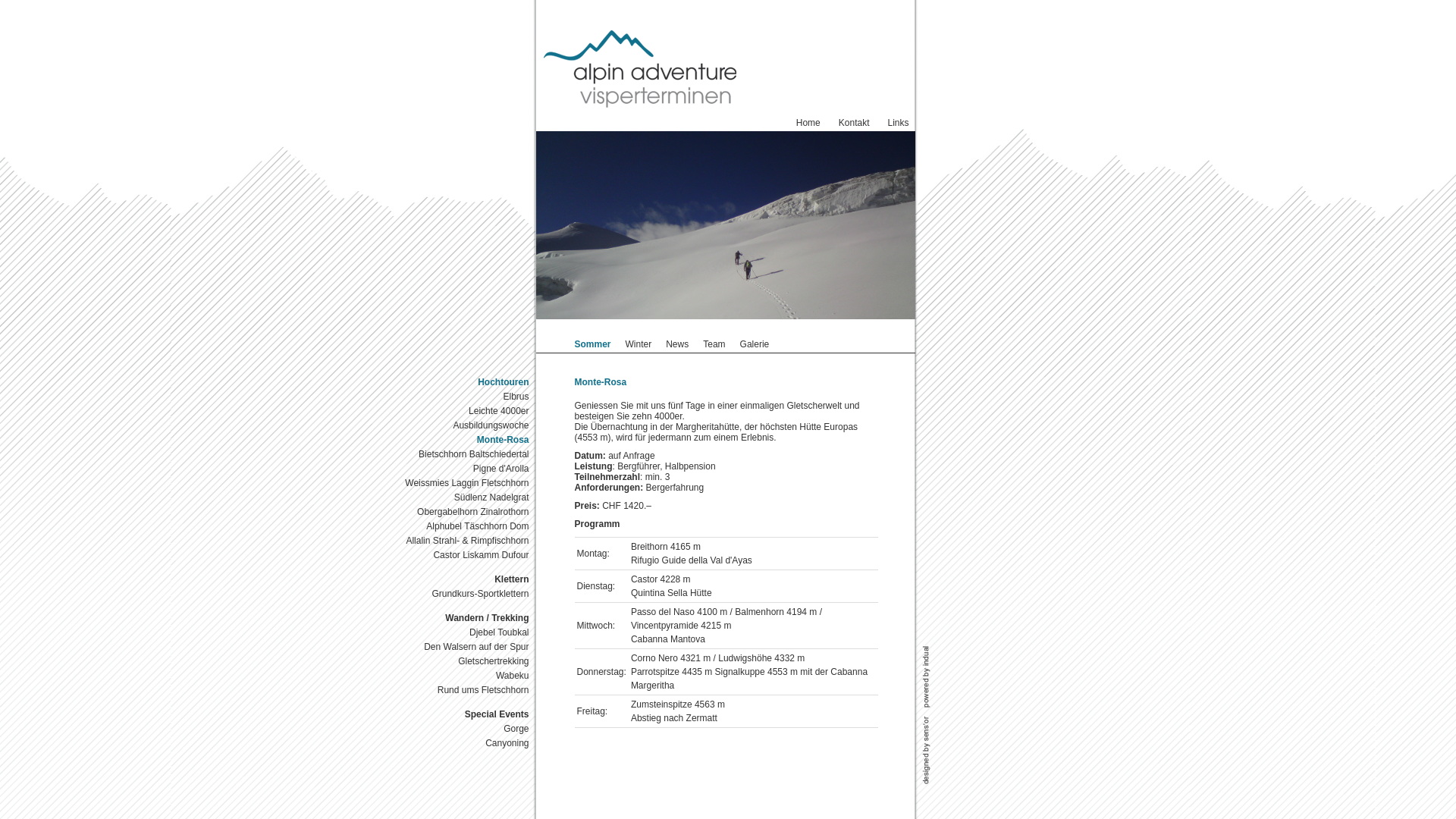 The image size is (1456, 819). Describe the element at coordinates (676, 344) in the screenshot. I see `'News'` at that location.